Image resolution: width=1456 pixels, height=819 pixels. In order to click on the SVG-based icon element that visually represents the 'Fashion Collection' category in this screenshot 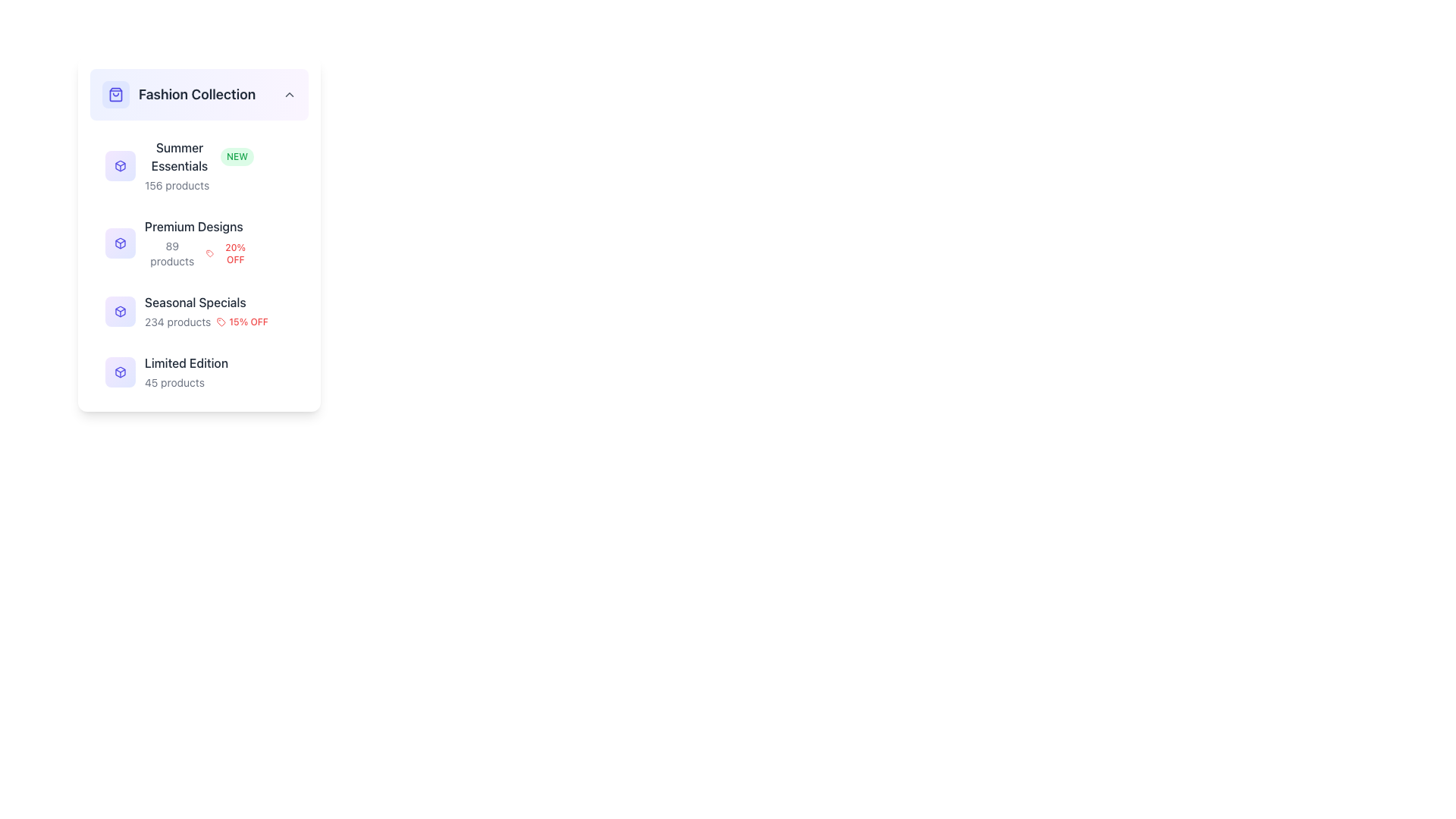, I will do `click(119, 372)`.